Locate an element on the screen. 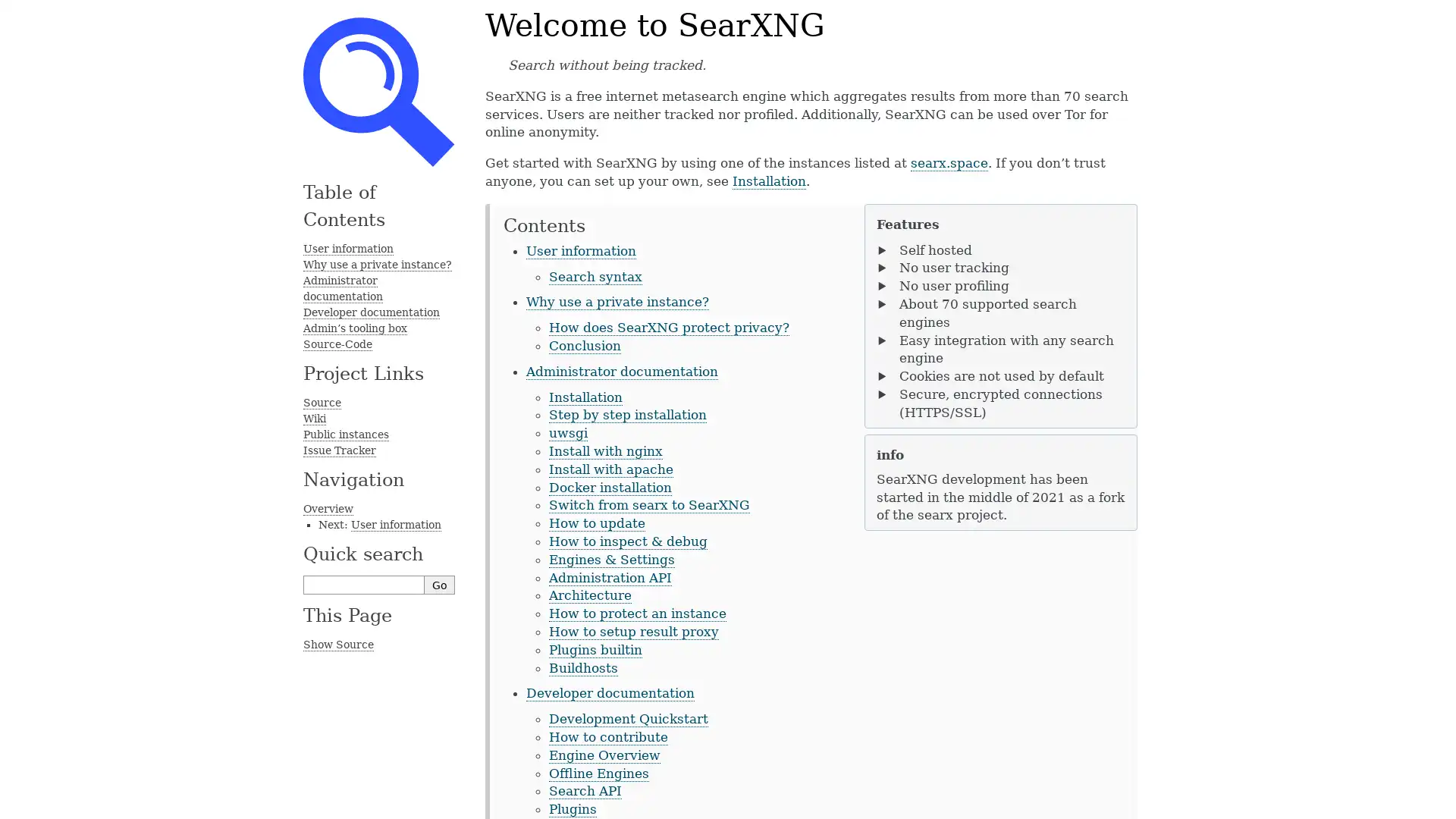 This screenshot has height=819, width=1456. Go is located at coordinates (439, 584).